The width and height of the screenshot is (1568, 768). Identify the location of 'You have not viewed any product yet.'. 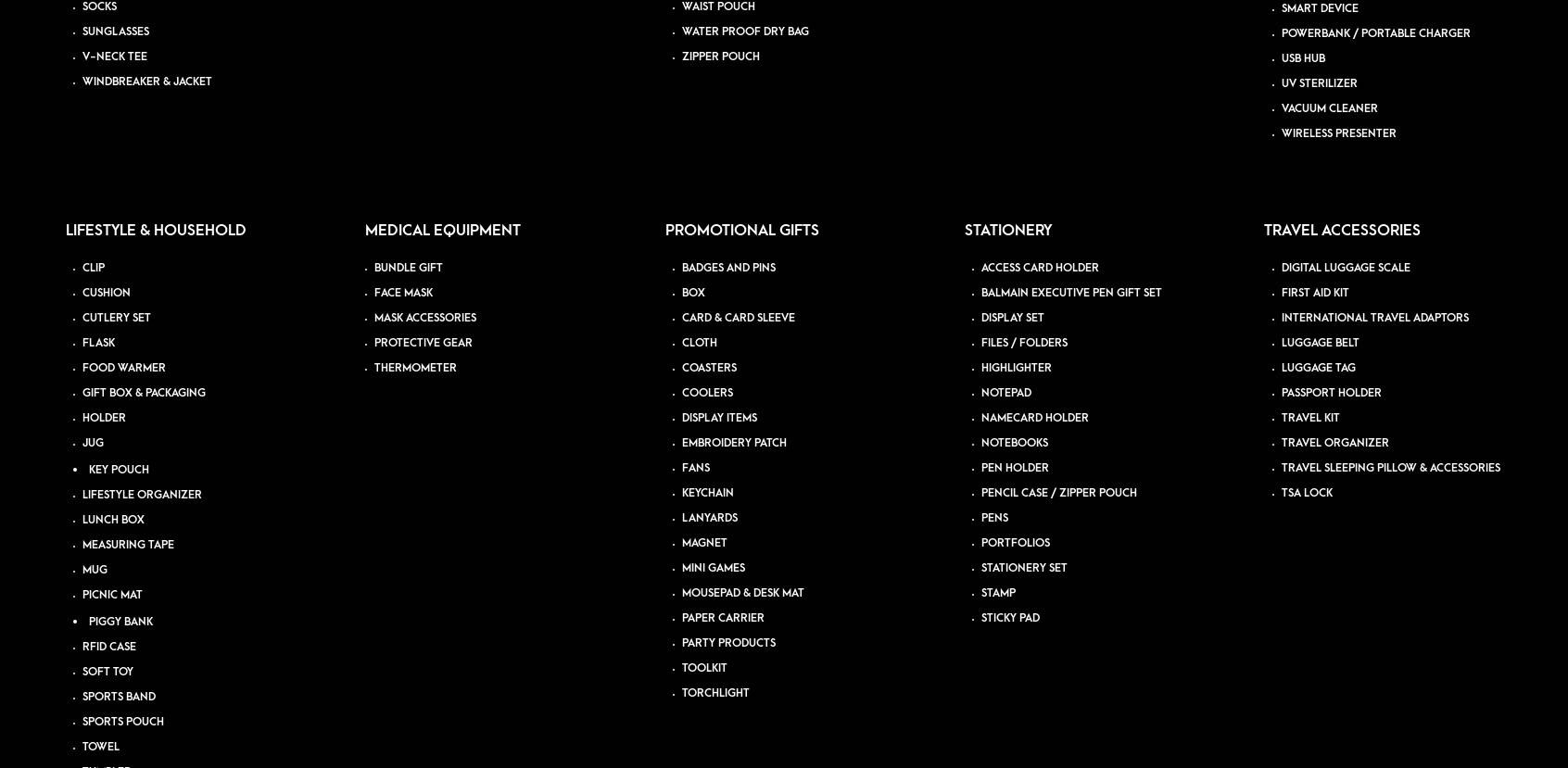
(63, 283).